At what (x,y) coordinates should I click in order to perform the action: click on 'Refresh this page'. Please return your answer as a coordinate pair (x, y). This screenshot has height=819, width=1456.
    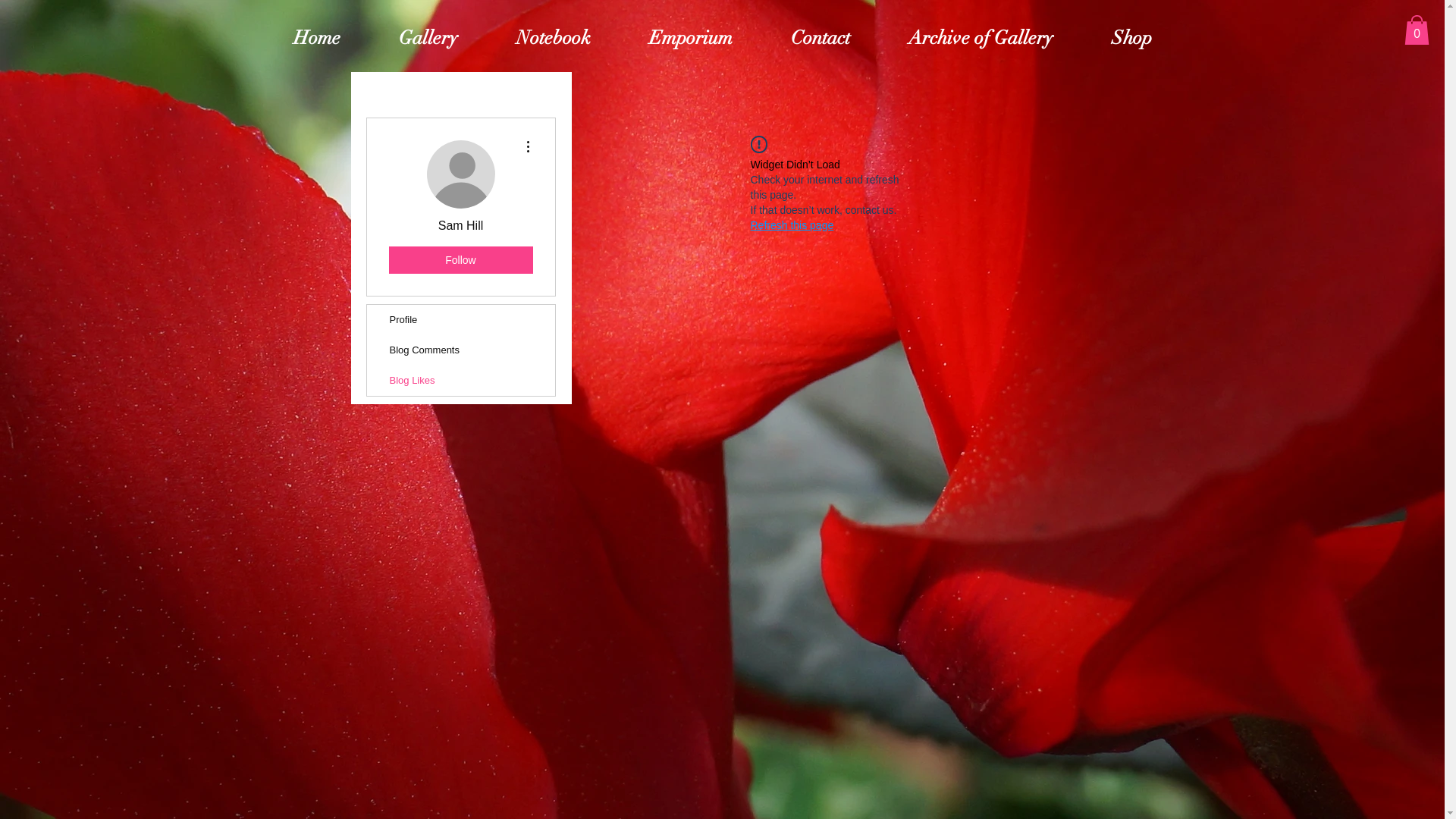
    Looking at the image, I should click on (750, 225).